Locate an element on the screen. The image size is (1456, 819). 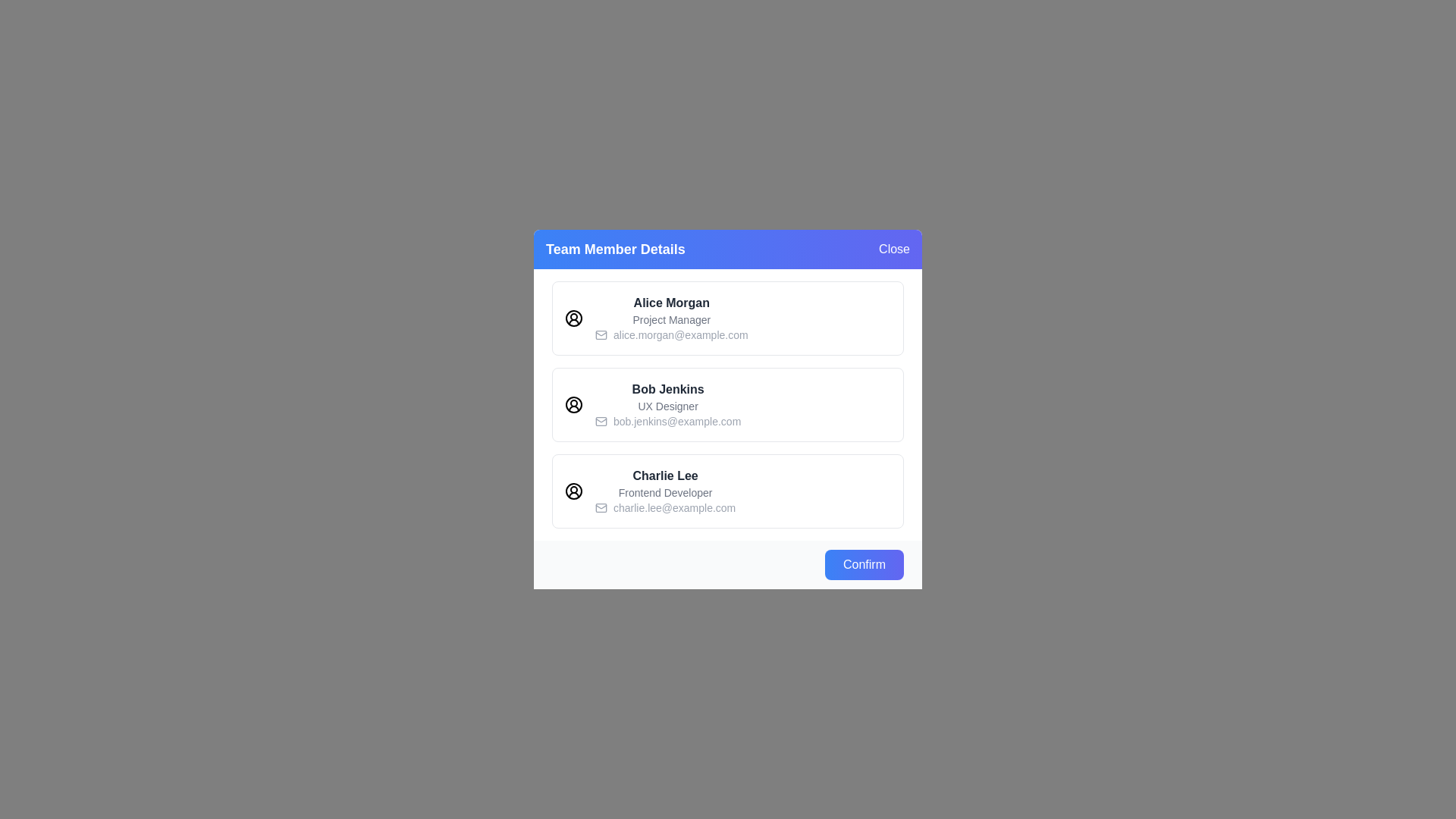
the email address of team member Bob Jenkins on the Information Card located in the second entry of the vertical list within the modal dialog is located at coordinates (728, 409).